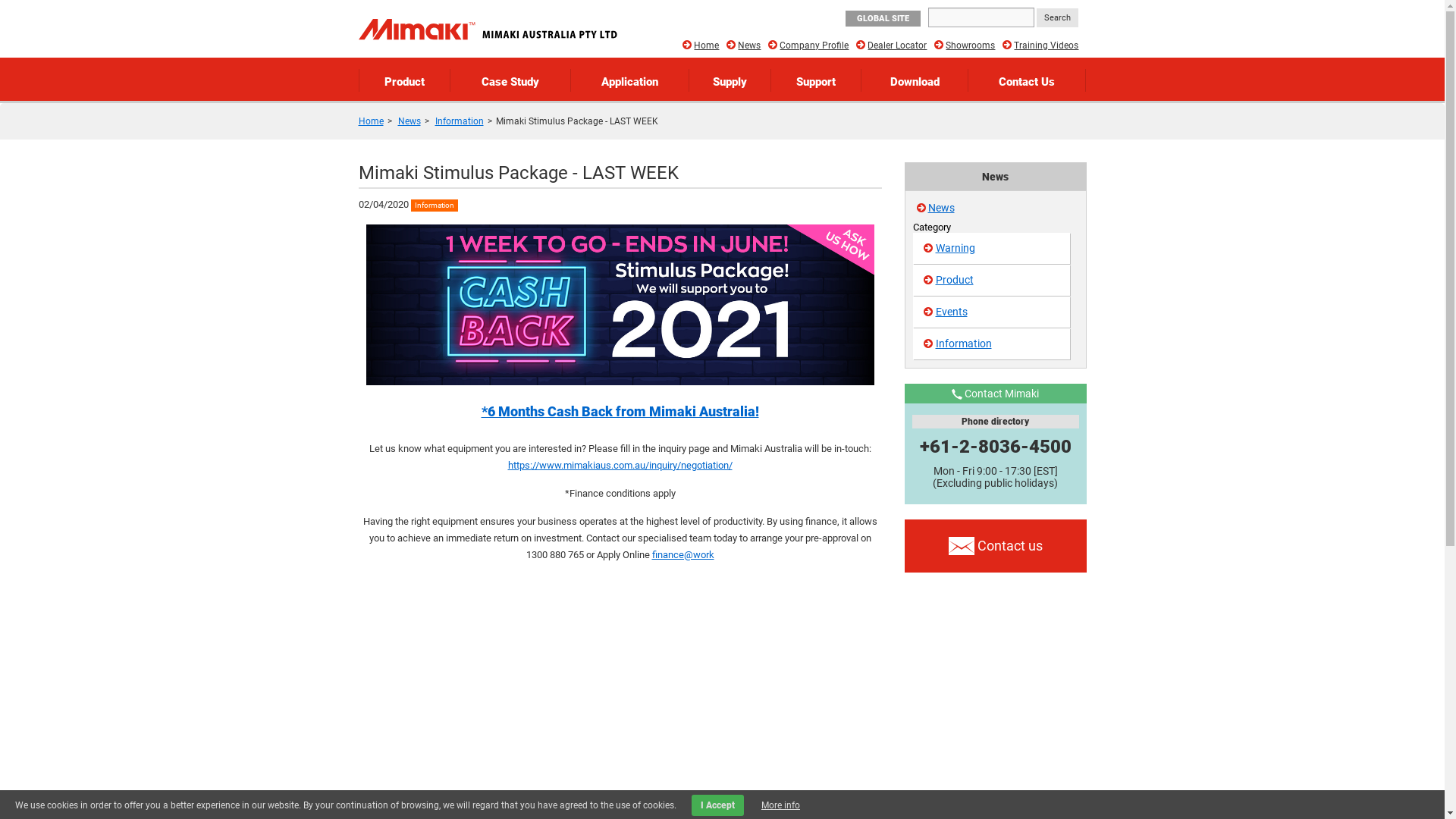  I want to click on 'GLOBAL SITE', so click(883, 18).